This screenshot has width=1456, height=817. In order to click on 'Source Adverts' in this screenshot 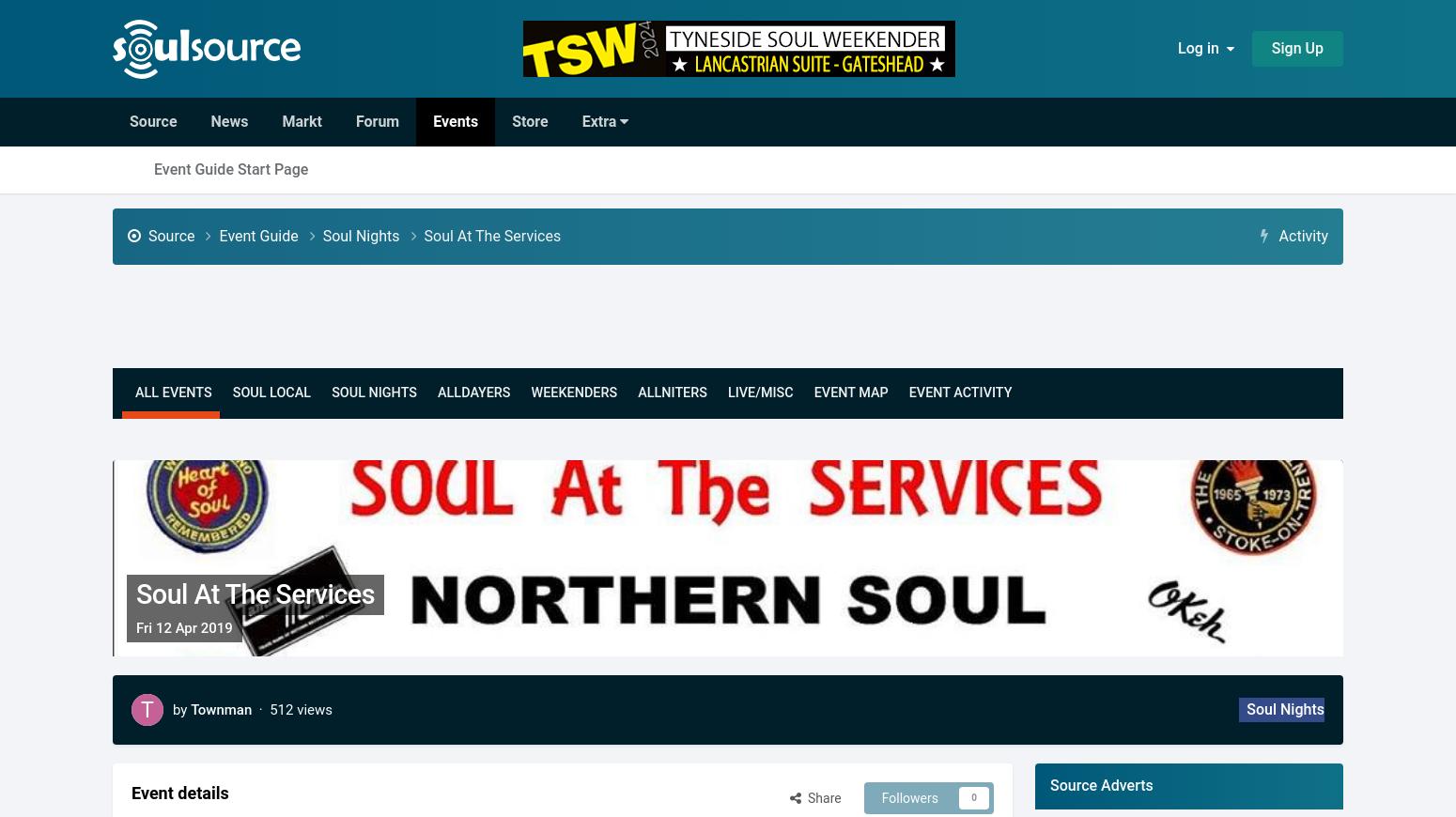, I will do `click(1101, 784)`.